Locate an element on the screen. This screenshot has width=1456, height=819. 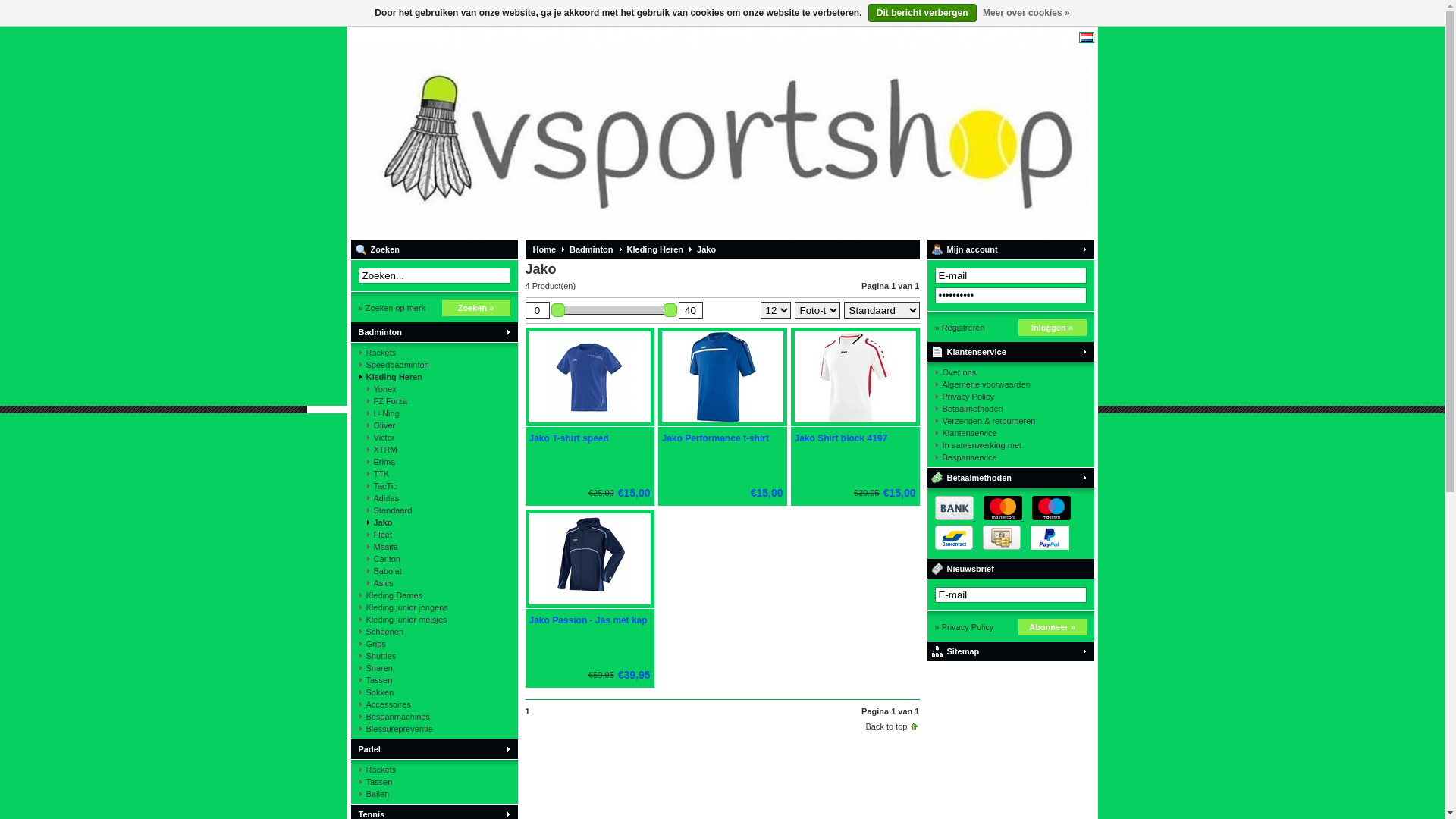
'XTRM' is located at coordinates (432, 449).